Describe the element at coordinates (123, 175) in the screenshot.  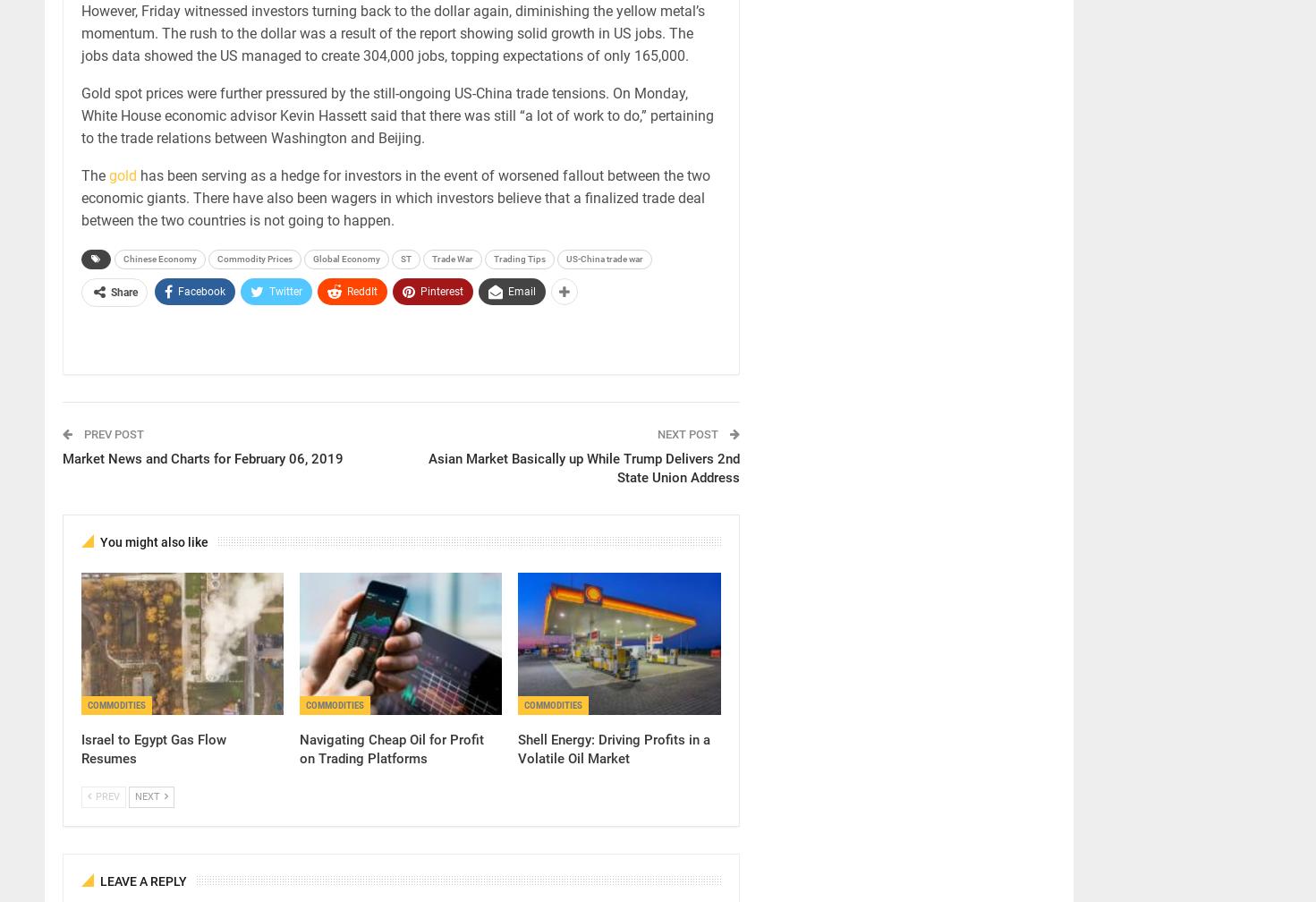
I see `'gold'` at that location.